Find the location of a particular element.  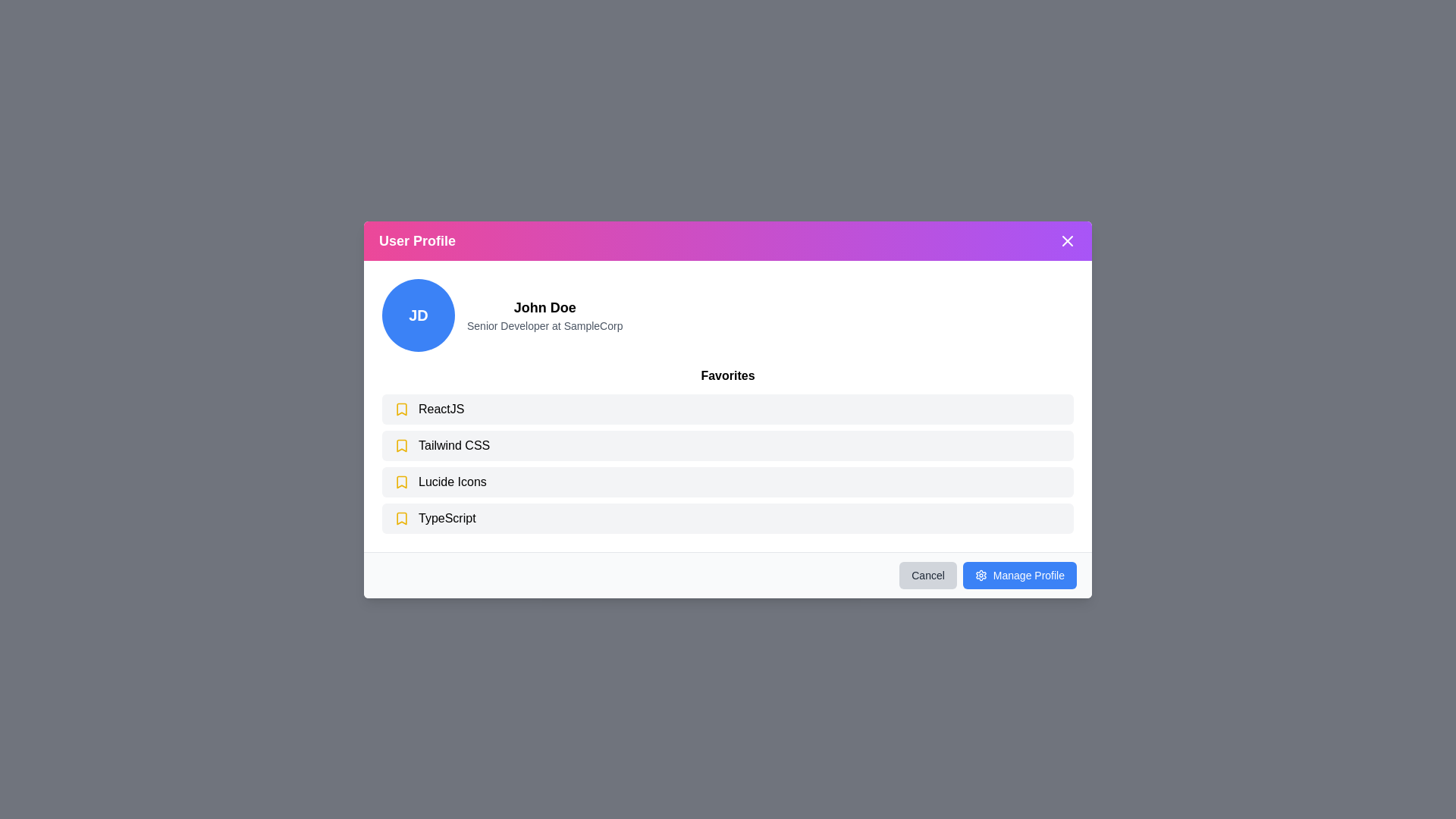

the small cogwheel icon associated with settings, which is located to the left of the 'Manage Profile' text within the interactive button at the bottom center of the modal window is located at coordinates (981, 575).